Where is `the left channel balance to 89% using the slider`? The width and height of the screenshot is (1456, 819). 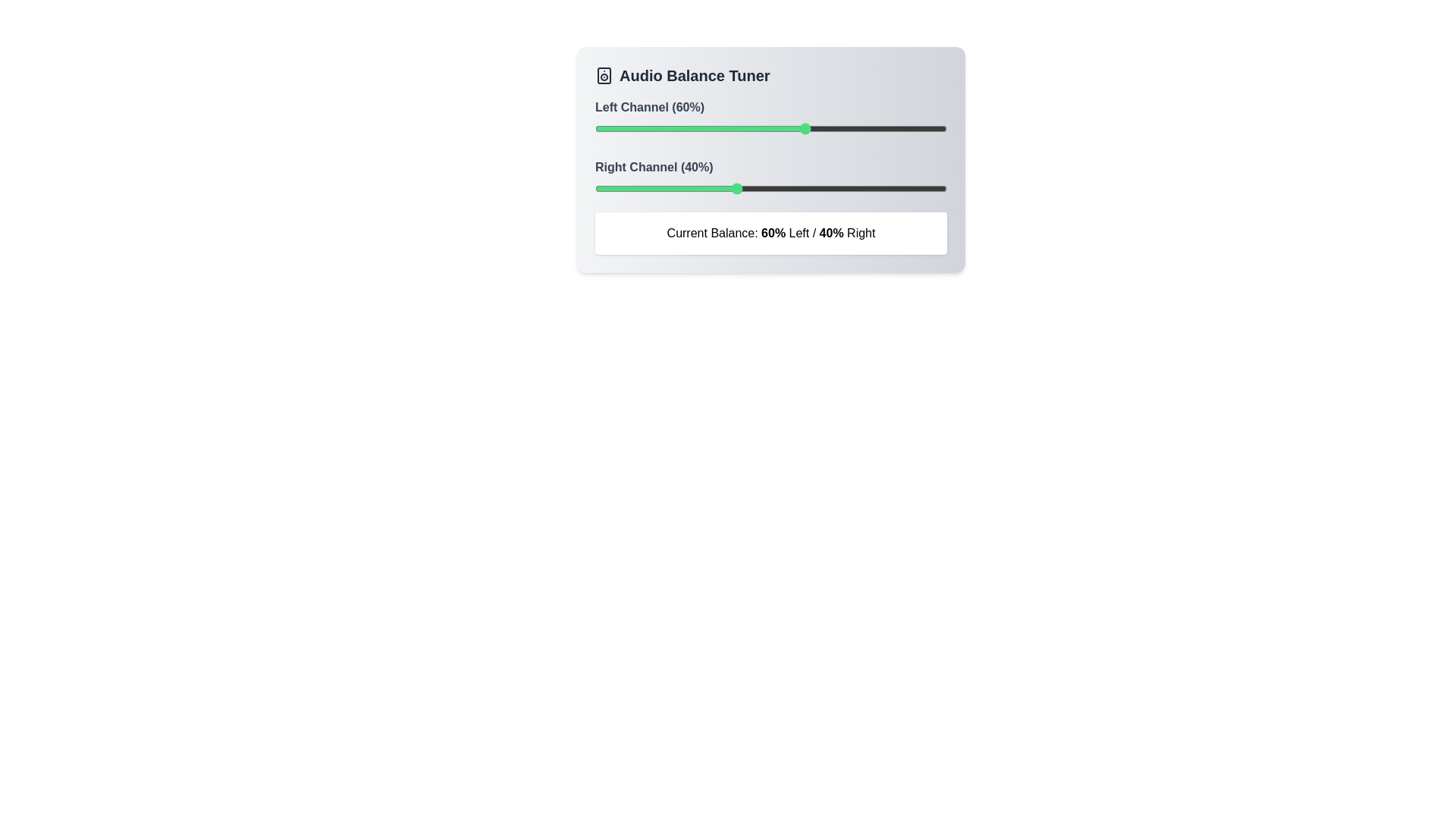 the left channel balance to 89% using the slider is located at coordinates (908, 127).